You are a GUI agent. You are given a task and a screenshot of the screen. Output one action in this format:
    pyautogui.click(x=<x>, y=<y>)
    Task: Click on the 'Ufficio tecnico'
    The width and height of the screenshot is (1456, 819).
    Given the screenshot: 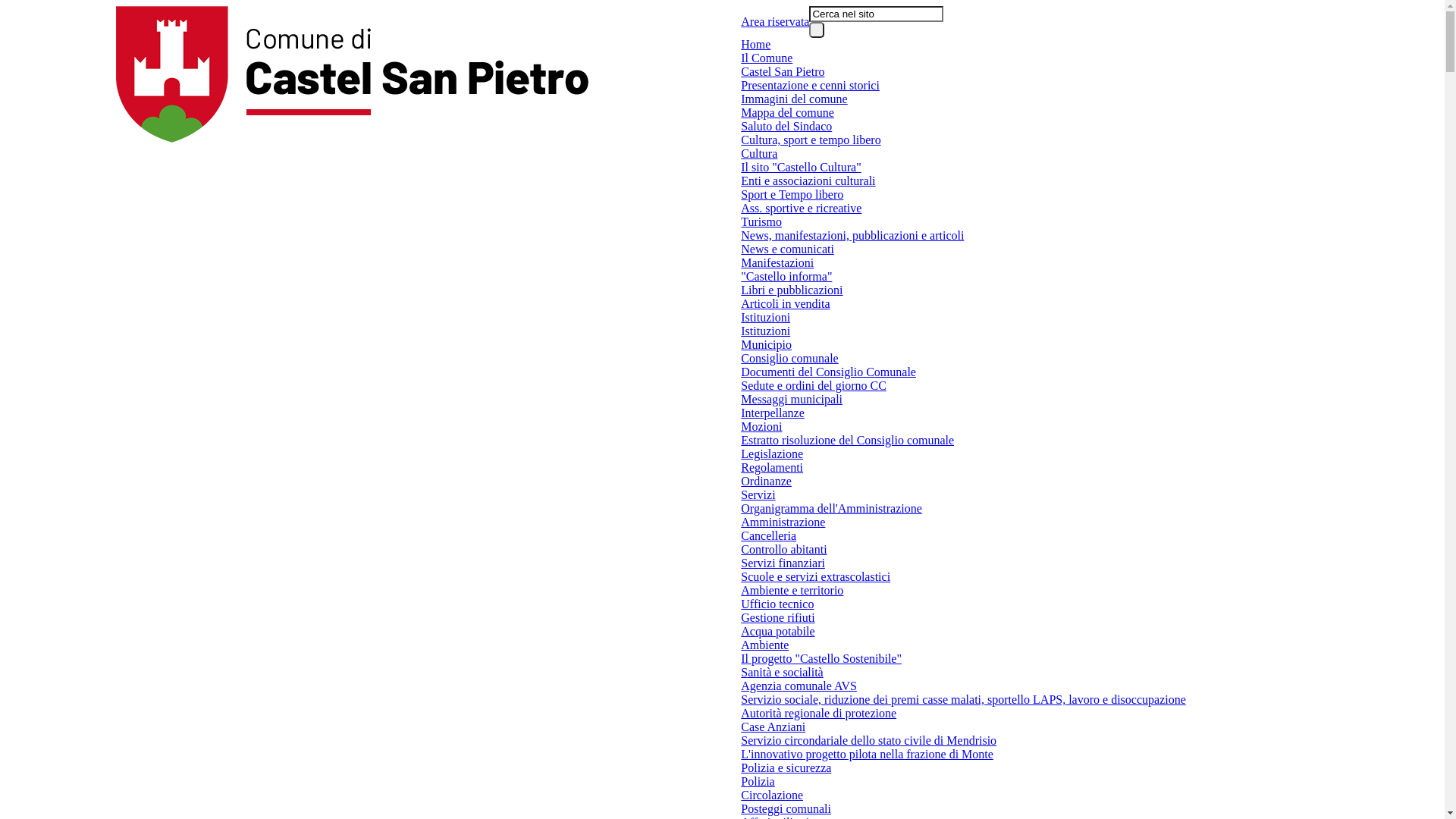 What is the action you would take?
    pyautogui.click(x=777, y=604)
    